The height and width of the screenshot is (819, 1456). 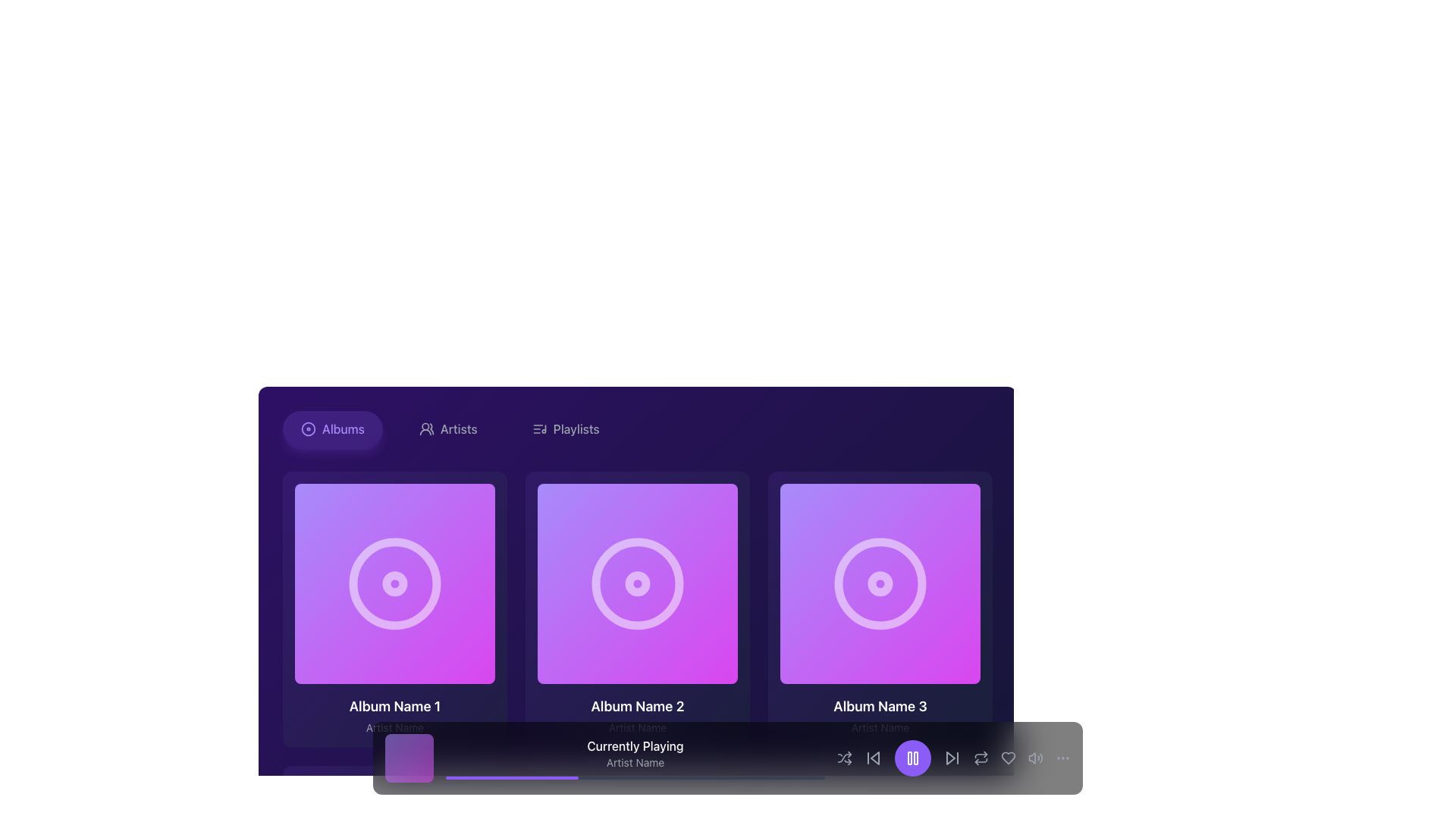 I want to click on the slider, so click(x=722, y=778).